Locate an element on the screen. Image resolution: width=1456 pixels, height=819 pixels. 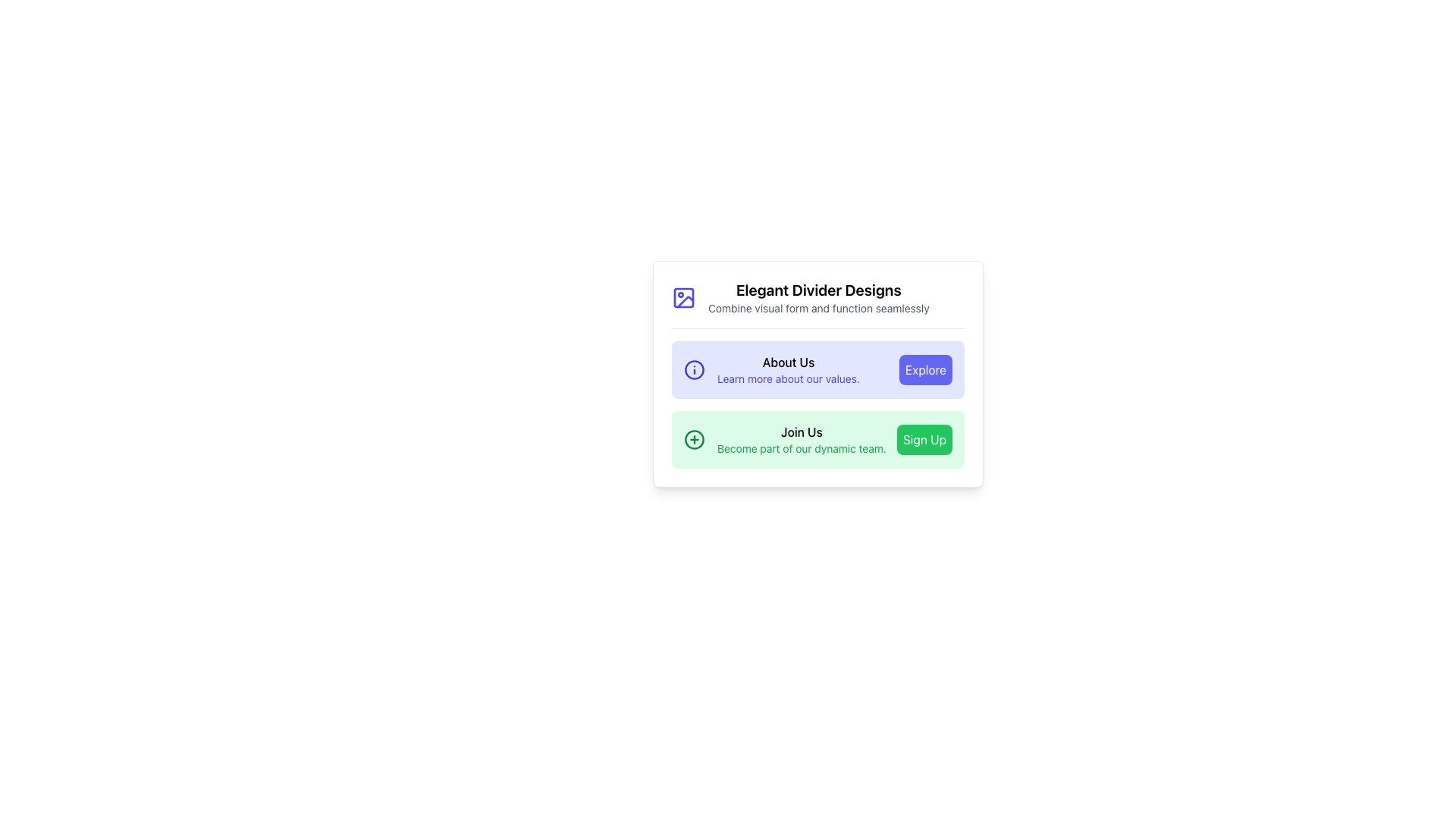
the text label that reads 'Combine visual form and function seamlessly', which is styled in small gray font and located directly below the title 'Elegant Divider Designs' is located at coordinates (817, 308).